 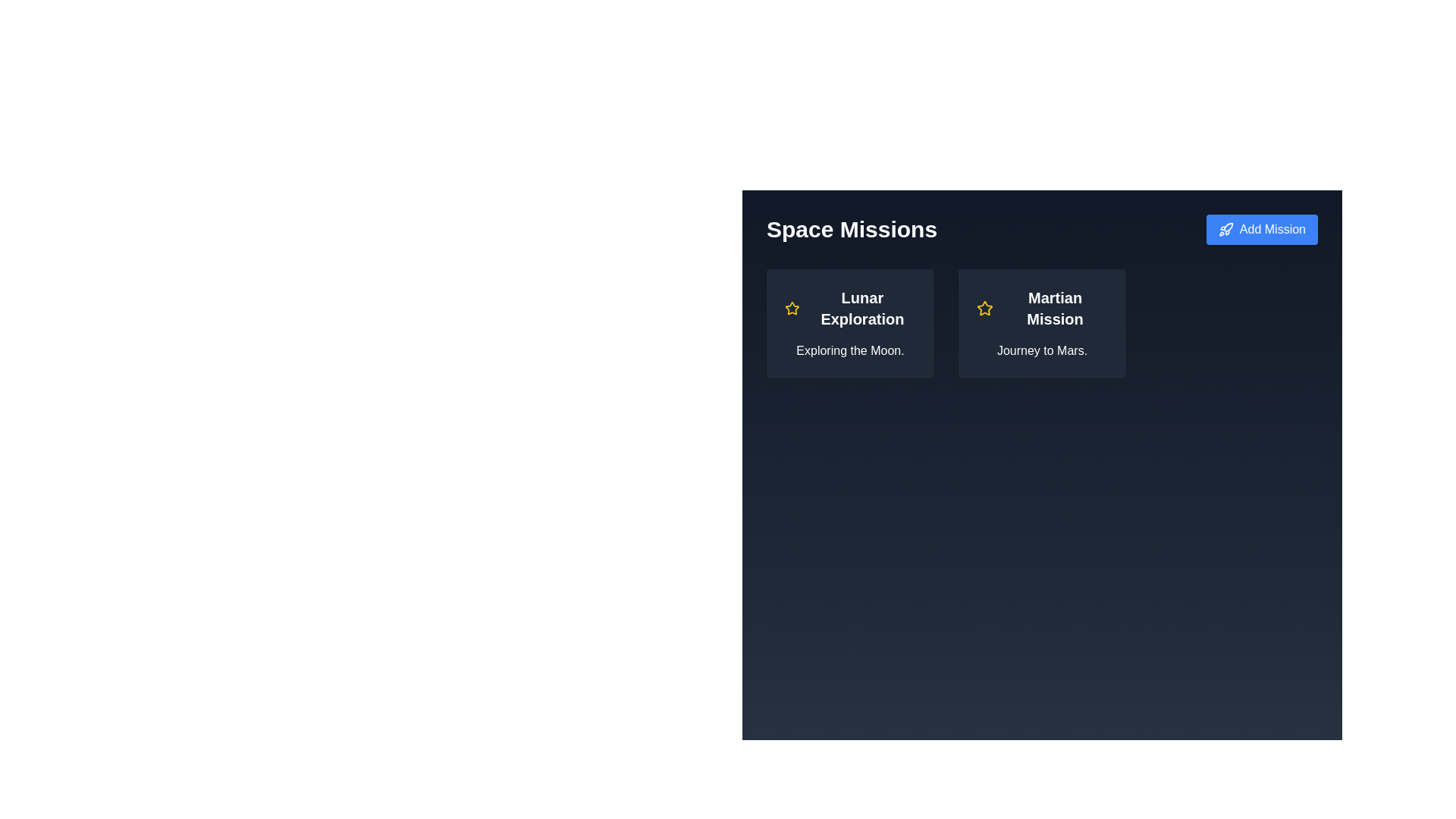 What do you see at coordinates (791, 308) in the screenshot?
I see `the star-shaped icon with a yellow outline` at bounding box center [791, 308].